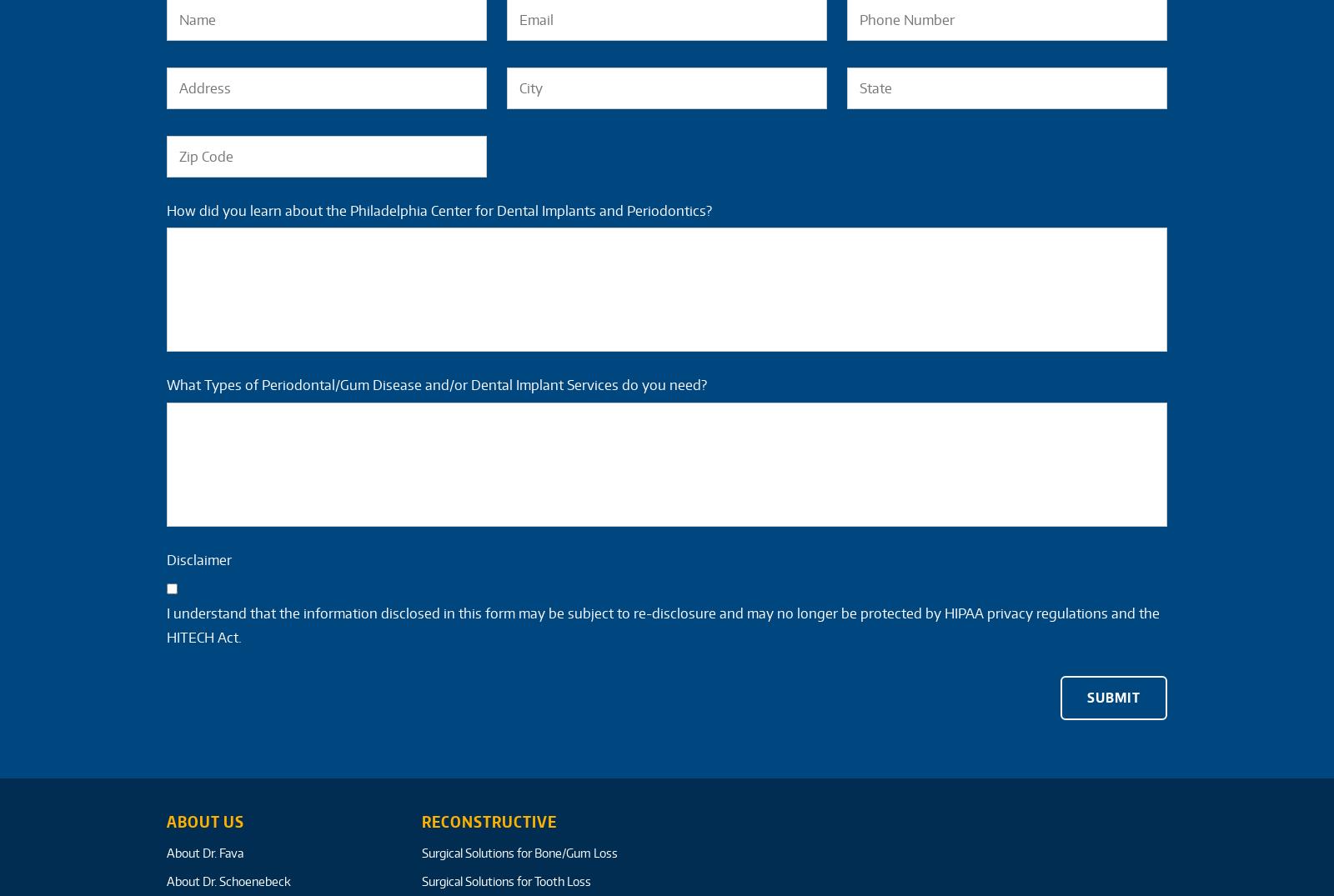 This screenshot has width=1334, height=896. What do you see at coordinates (487, 820) in the screenshot?
I see `'Reconstructive'` at bounding box center [487, 820].